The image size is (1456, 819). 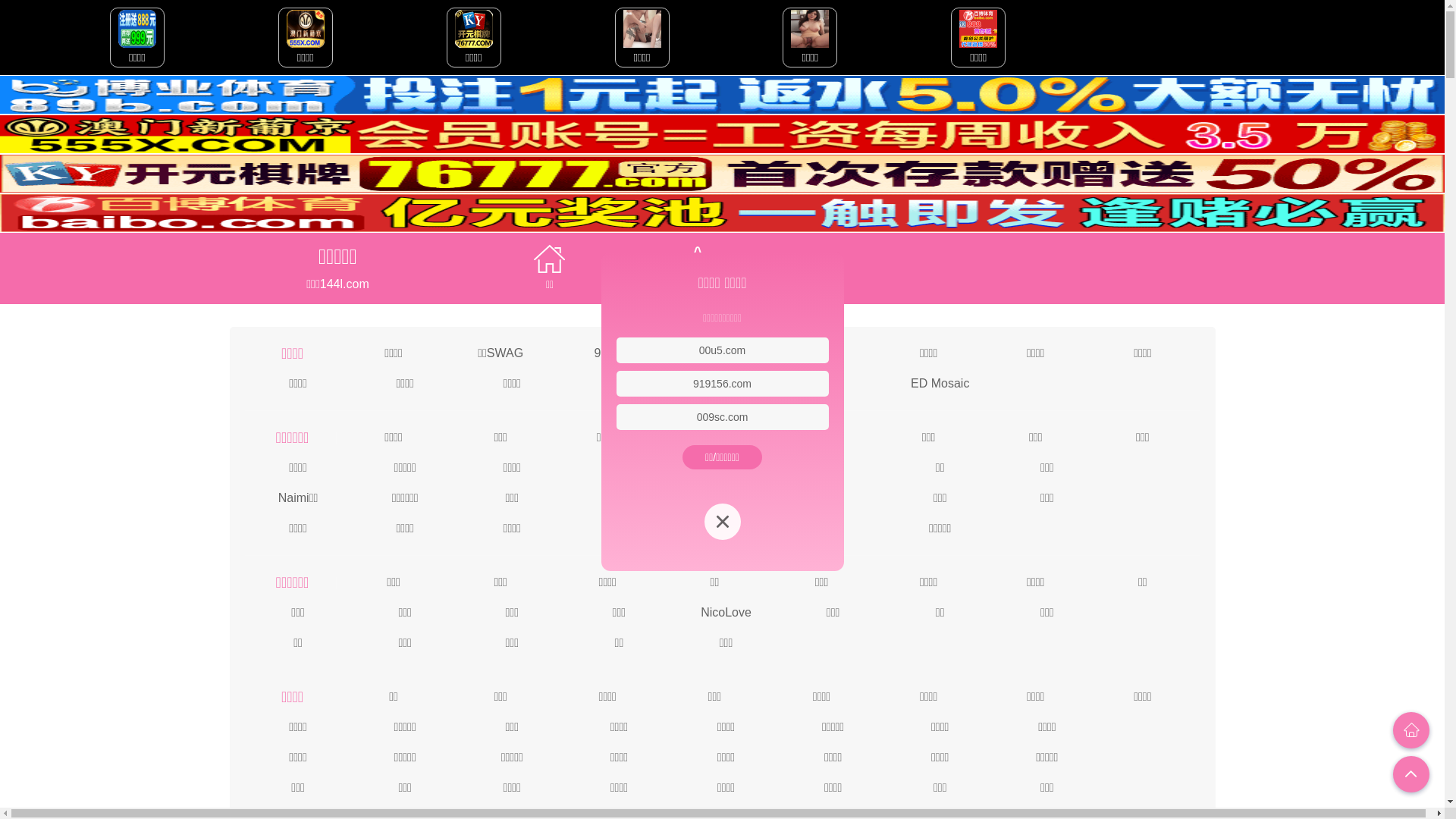 I want to click on 'ED Mosaic', so click(x=939, y=381).